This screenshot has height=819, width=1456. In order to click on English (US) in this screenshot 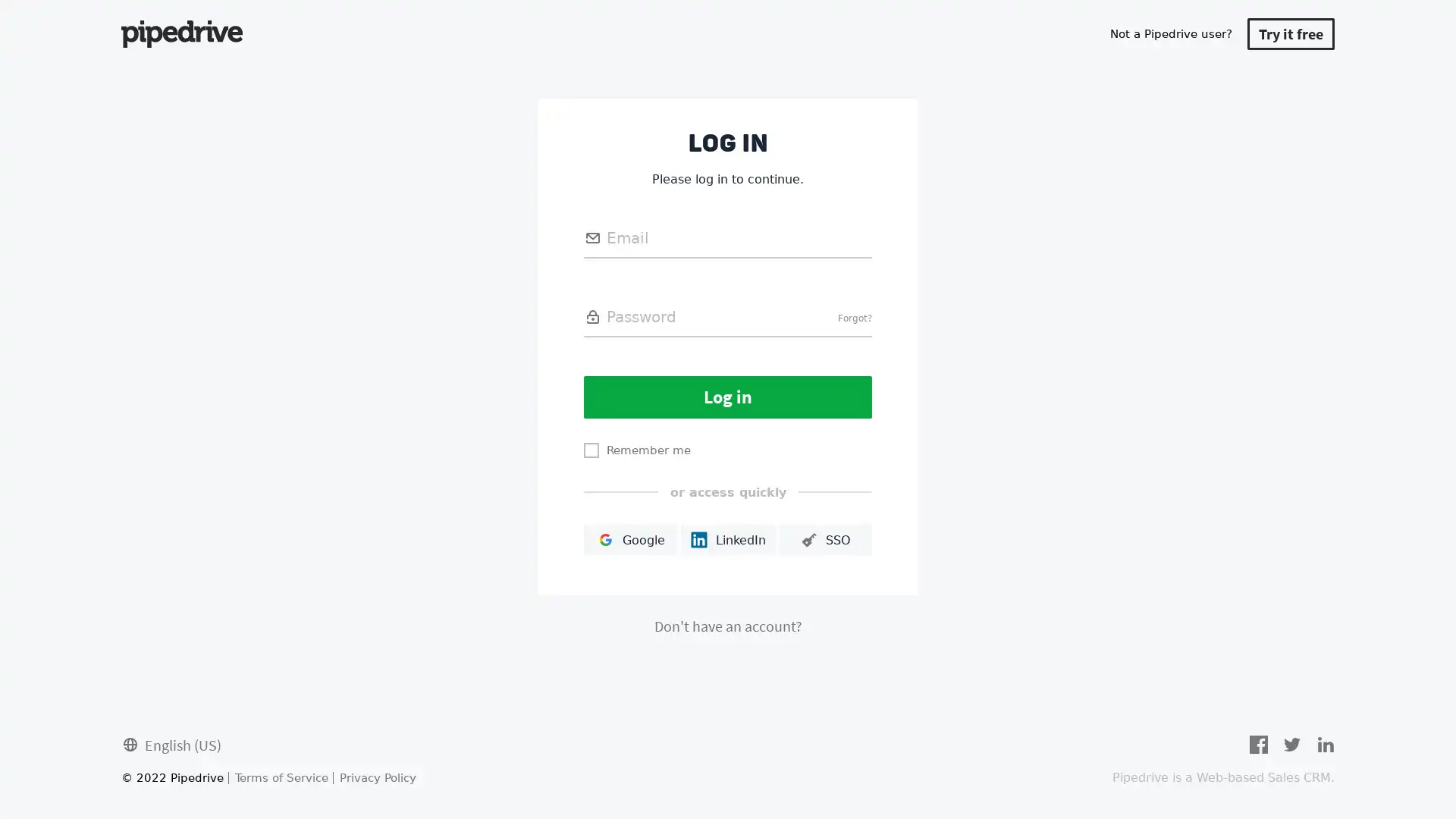, I will do `click(171, 744)`.